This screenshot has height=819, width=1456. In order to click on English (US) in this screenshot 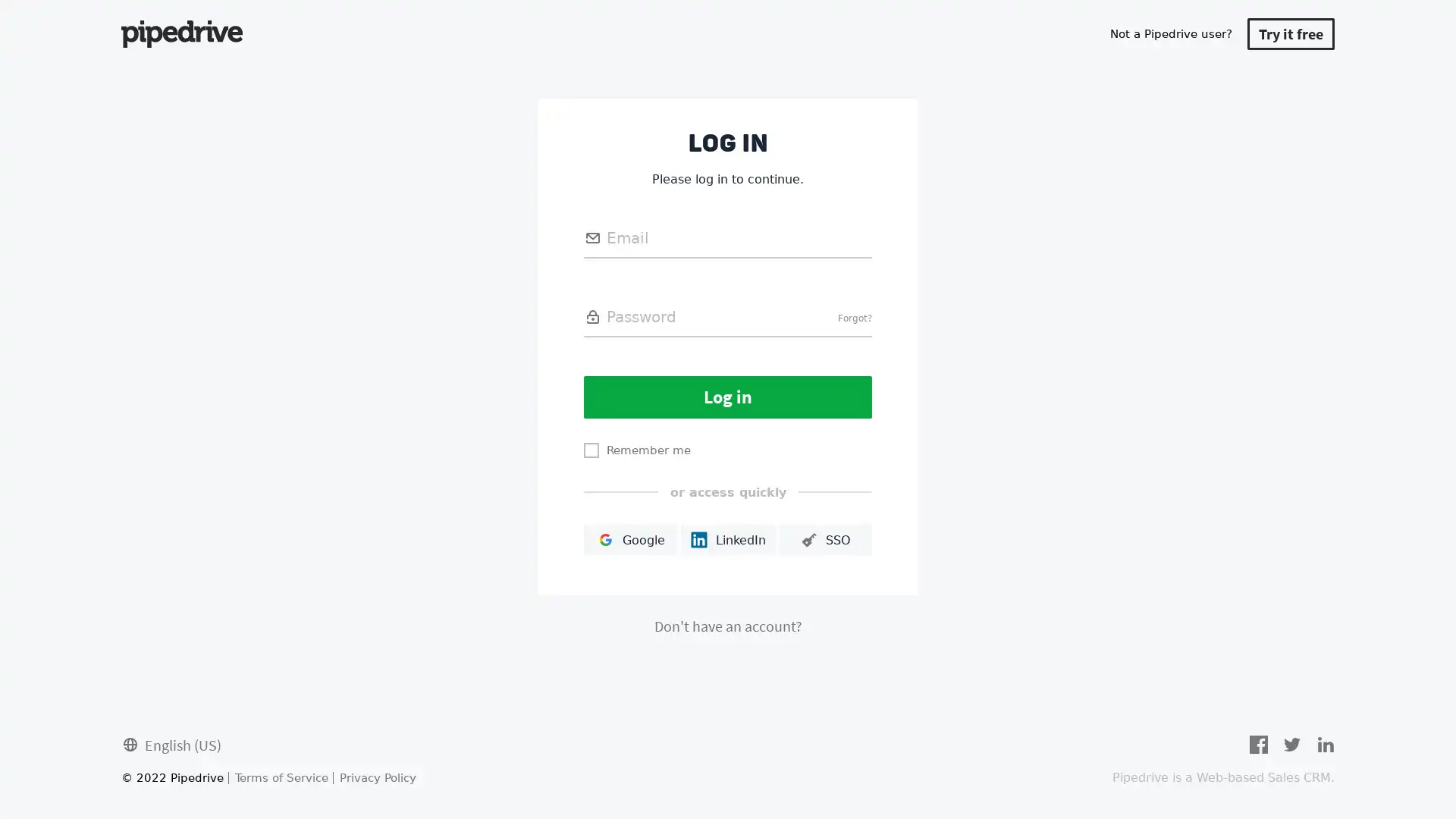, I will do `click(171, 744)`.